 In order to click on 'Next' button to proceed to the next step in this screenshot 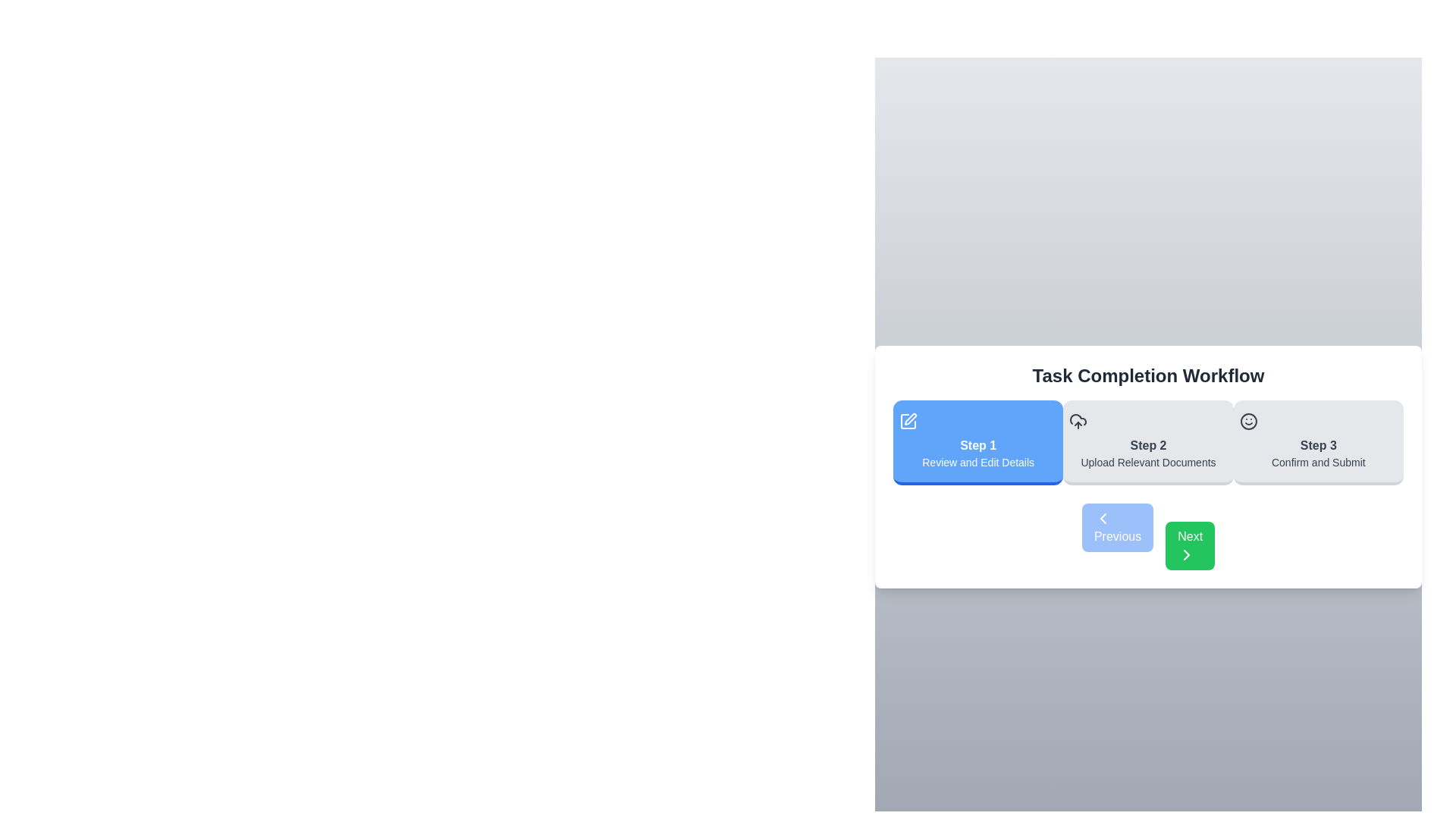, I will do `click(1189, 546)`.